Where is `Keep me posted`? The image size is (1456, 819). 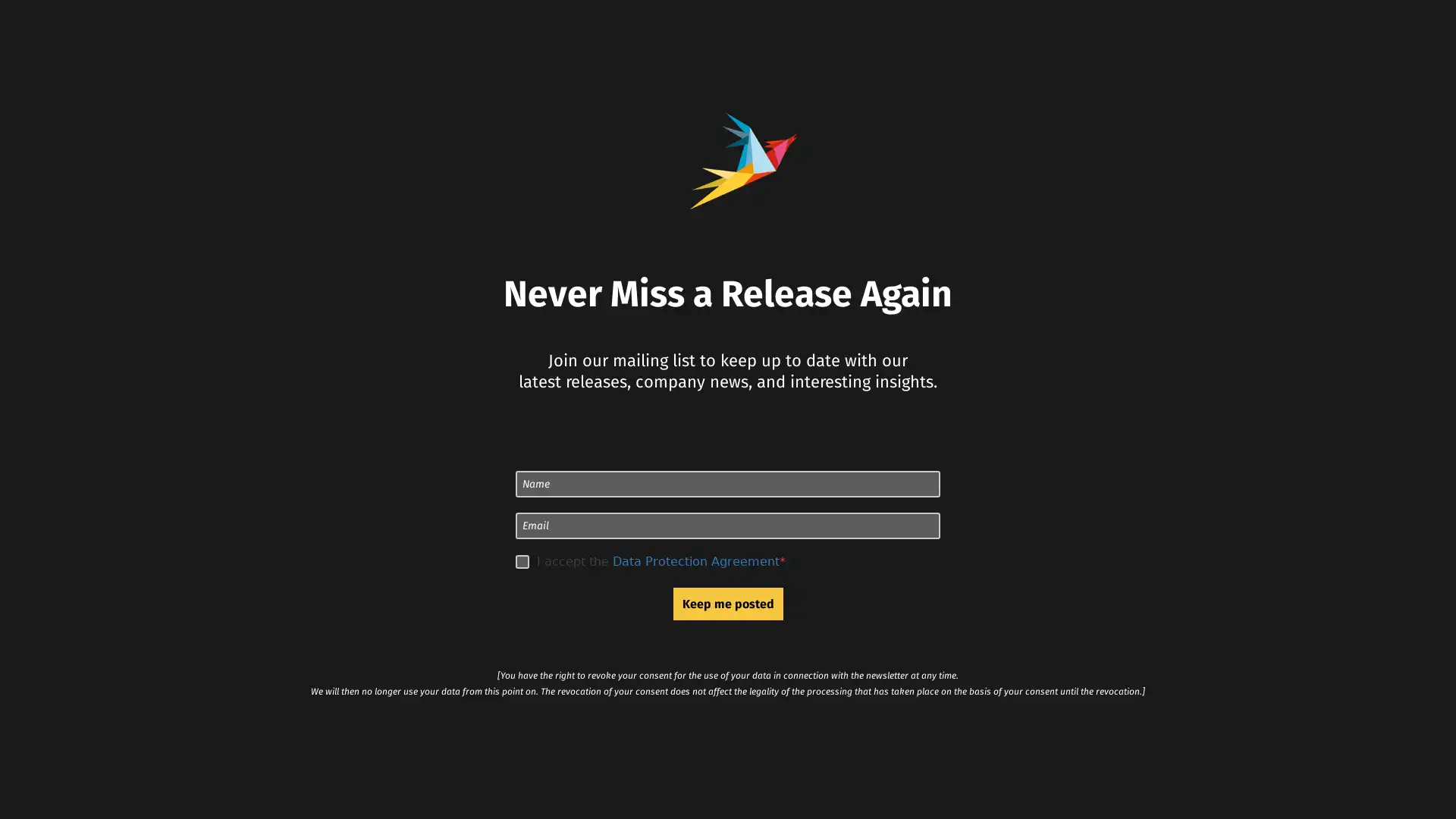
Keep me posted is located at coordinates (726, 603).